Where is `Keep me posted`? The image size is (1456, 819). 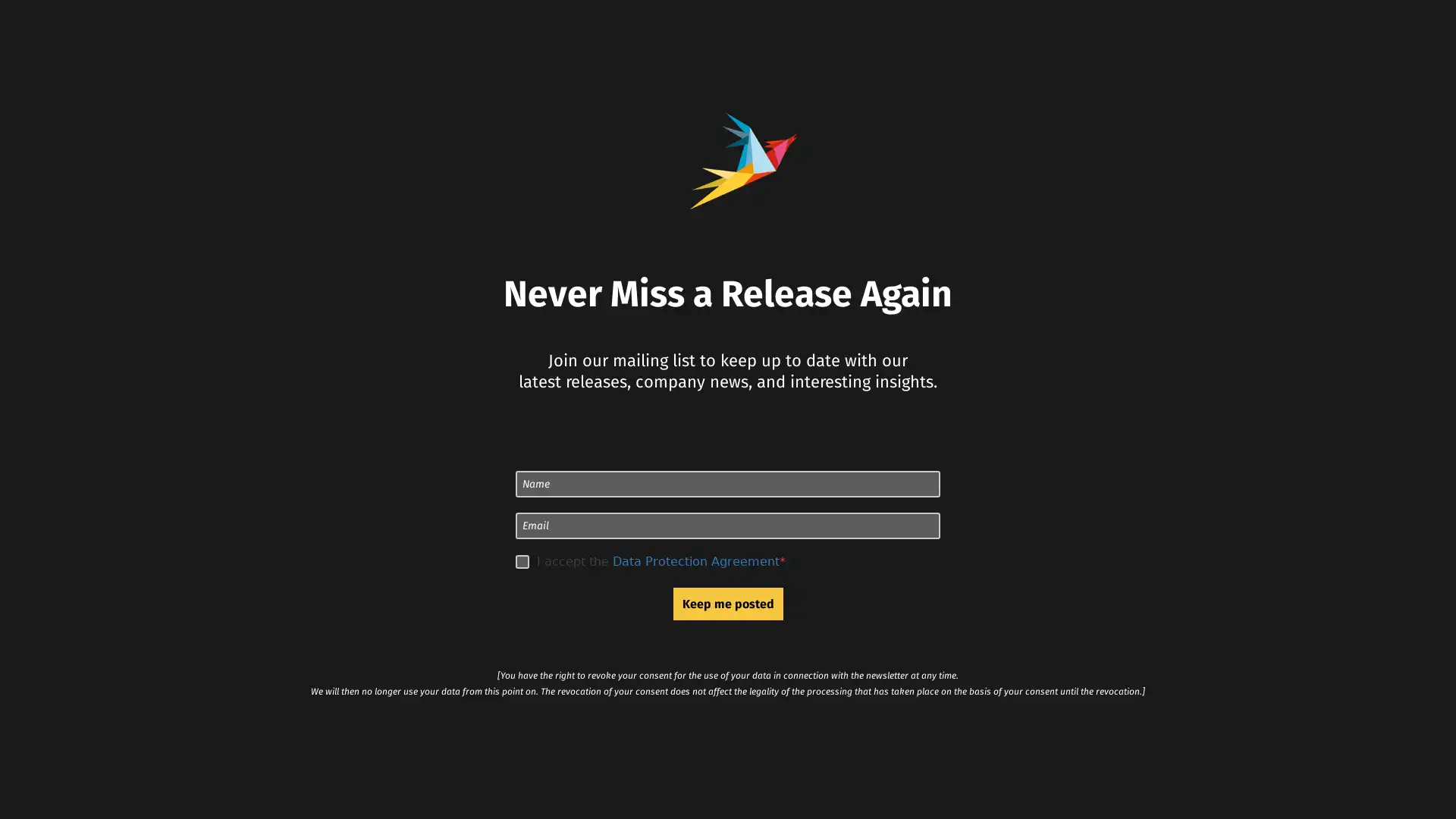
Keep me posted is located at coordinates (726, 603).